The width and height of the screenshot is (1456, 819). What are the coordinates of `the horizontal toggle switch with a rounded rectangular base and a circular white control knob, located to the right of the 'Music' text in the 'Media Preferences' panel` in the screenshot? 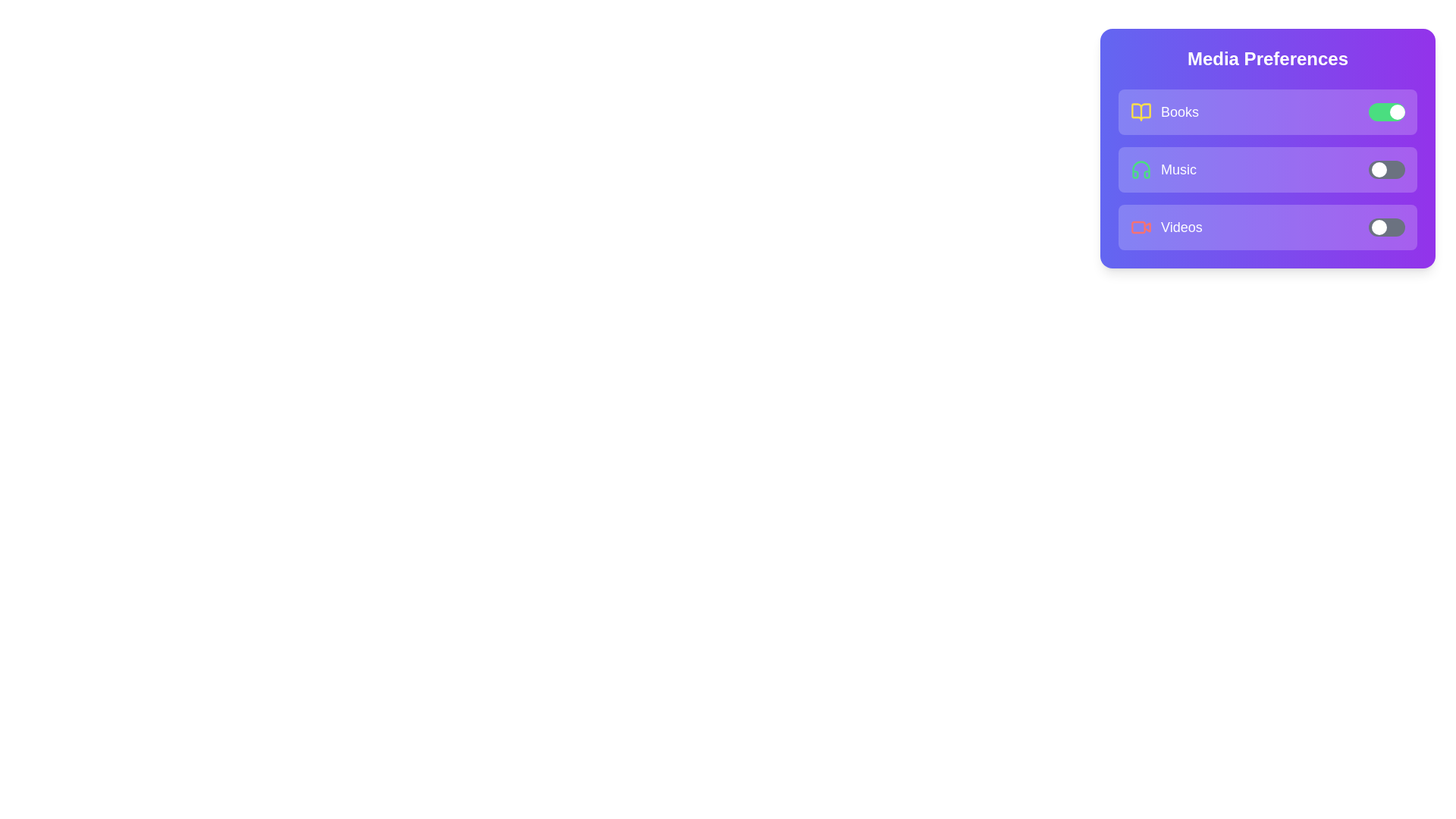 It's located at (1386, 169).